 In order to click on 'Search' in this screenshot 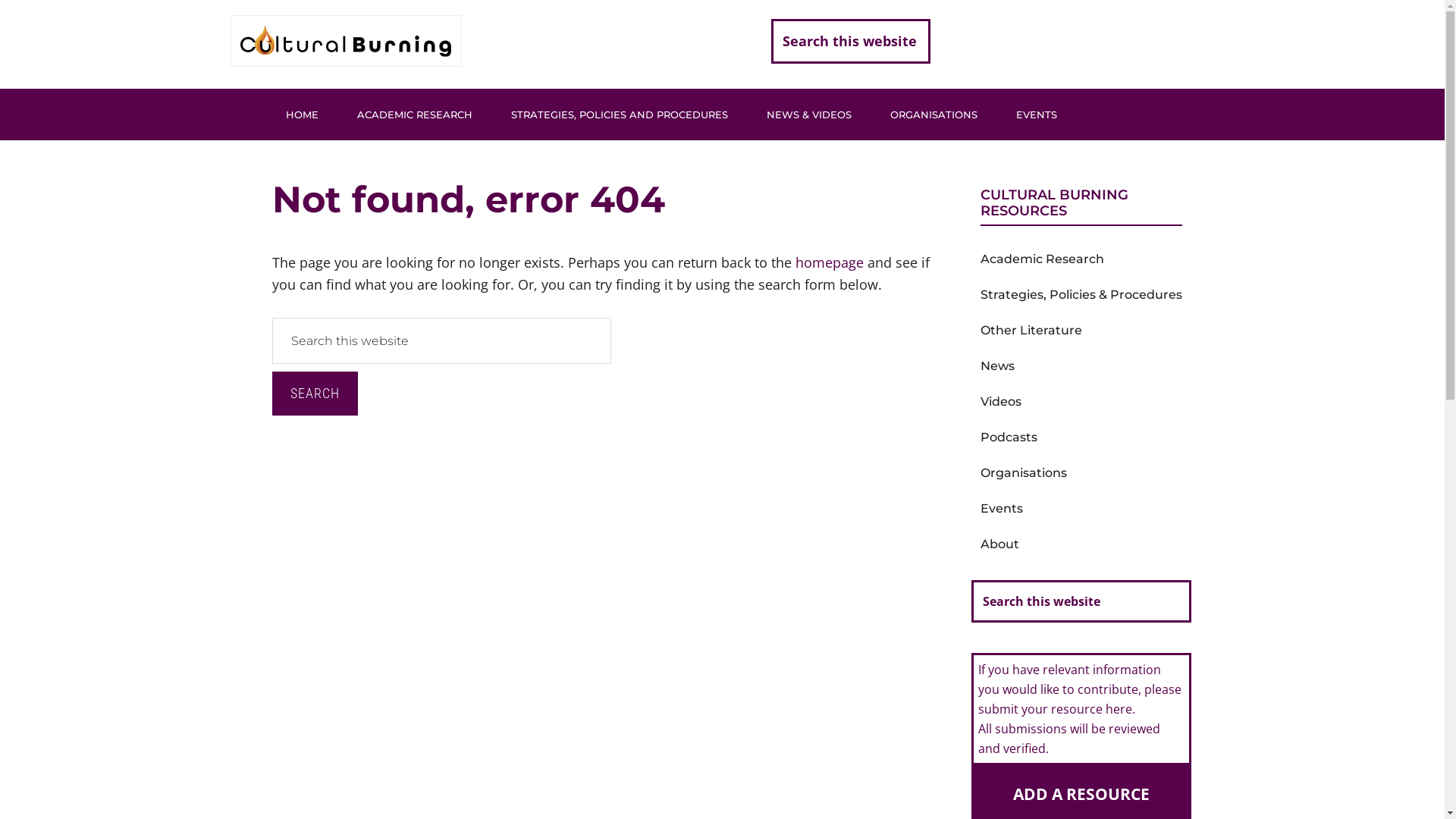, I will do `click(313, 393)`.